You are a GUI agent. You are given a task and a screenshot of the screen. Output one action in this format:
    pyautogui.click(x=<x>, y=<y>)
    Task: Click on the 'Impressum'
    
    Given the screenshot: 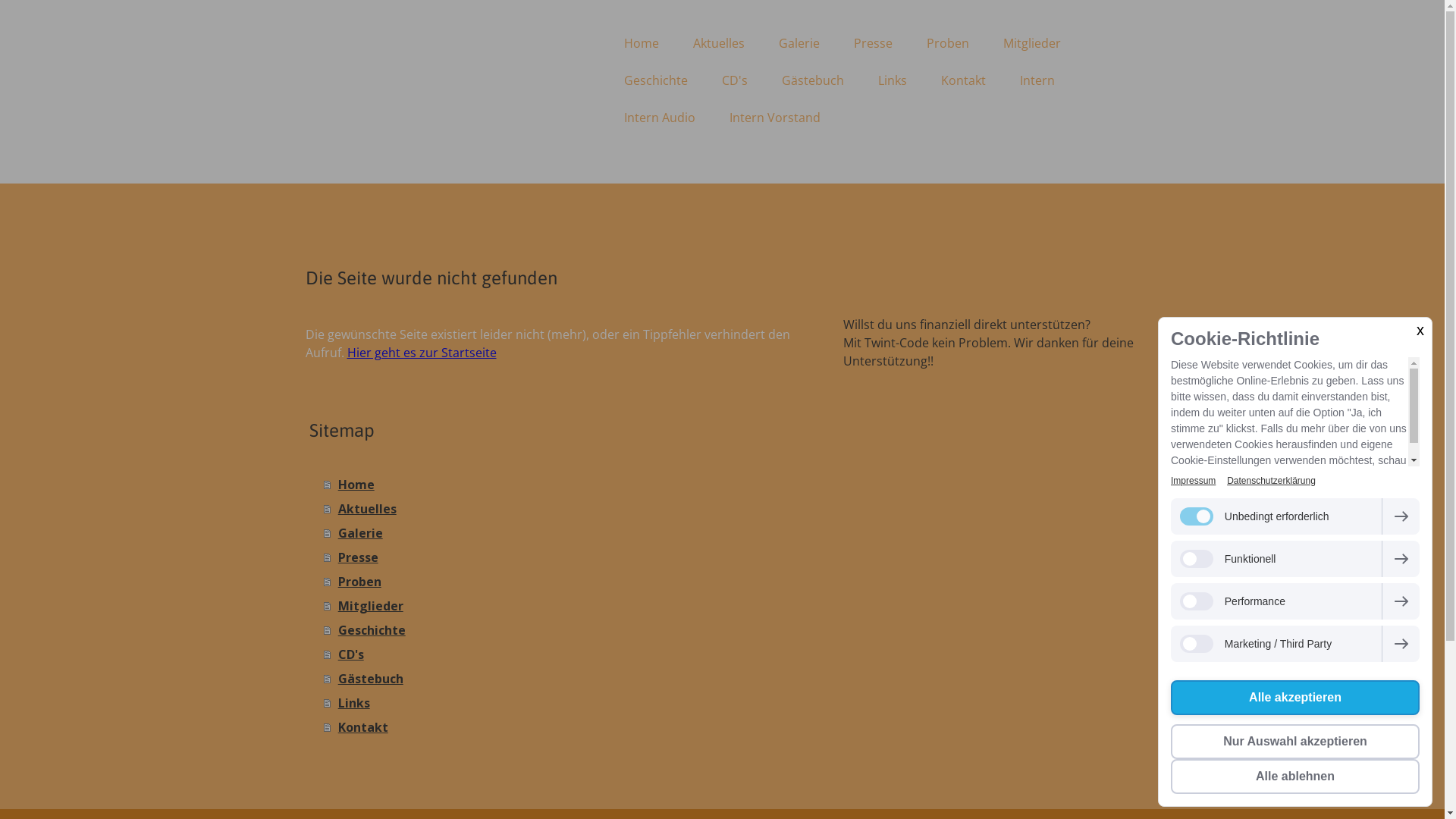 What is the action you would take?
    pyautogui.click(x=1192, y=480)
    